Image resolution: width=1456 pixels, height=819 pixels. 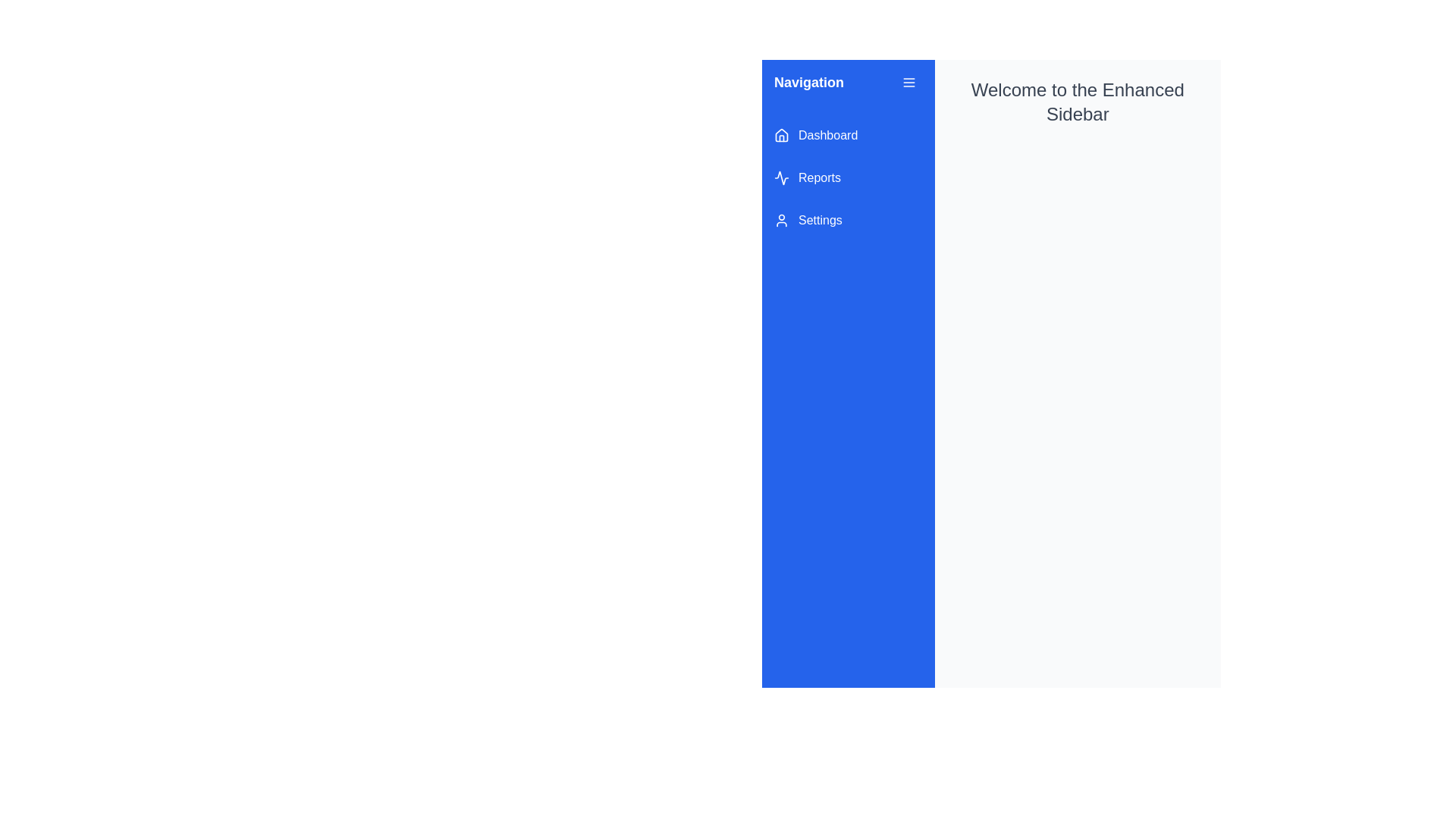 What do you see at coordinates (908, 82) in the screenshot?
I see `the icon located in the top-right area of the blue navigation panel, adjacent to the 'Navigation' text` at bounding box center [908, 82].